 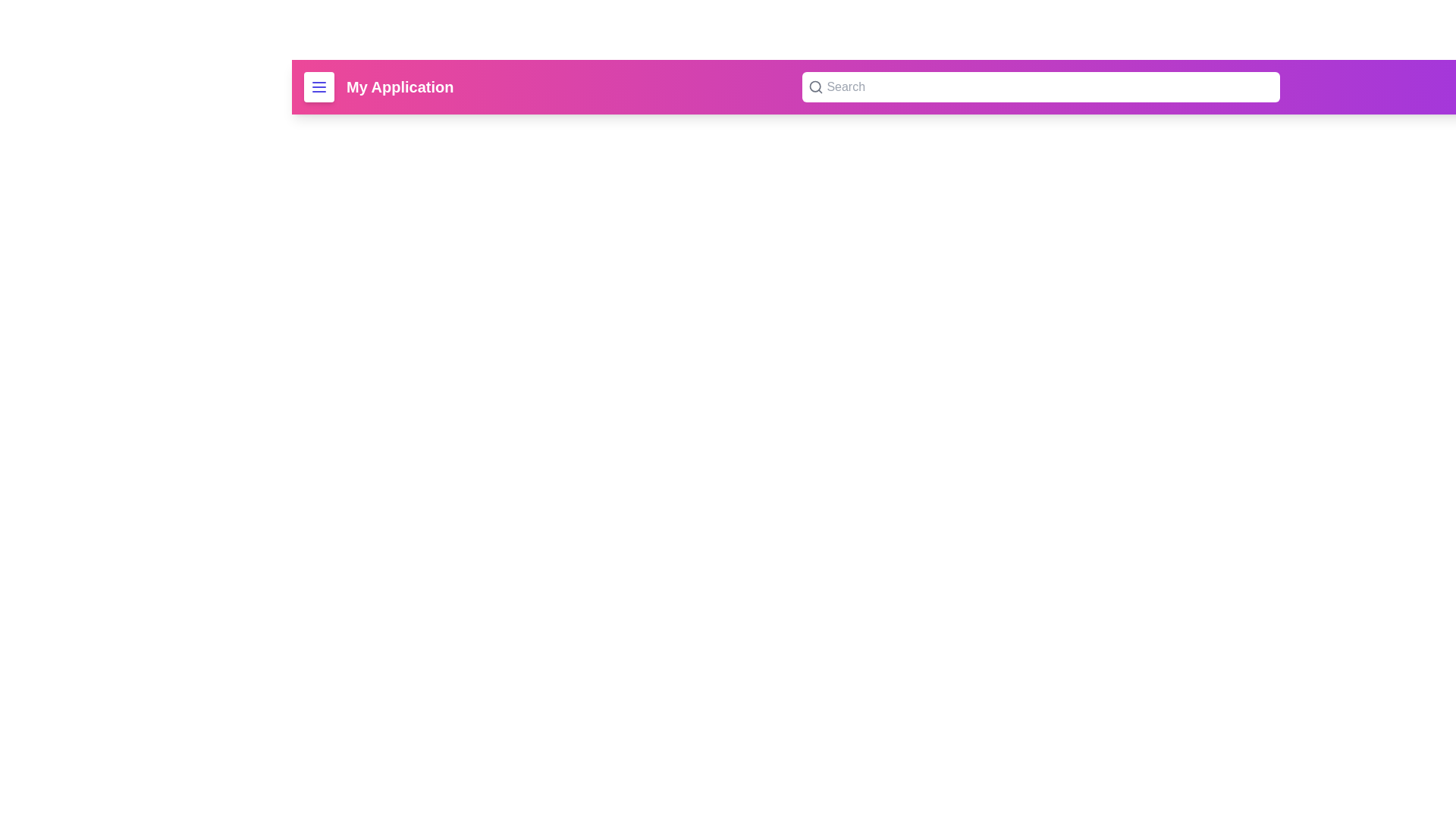 I want to click on the search bar and type the query 'example query', so click(x=1040, y=87).